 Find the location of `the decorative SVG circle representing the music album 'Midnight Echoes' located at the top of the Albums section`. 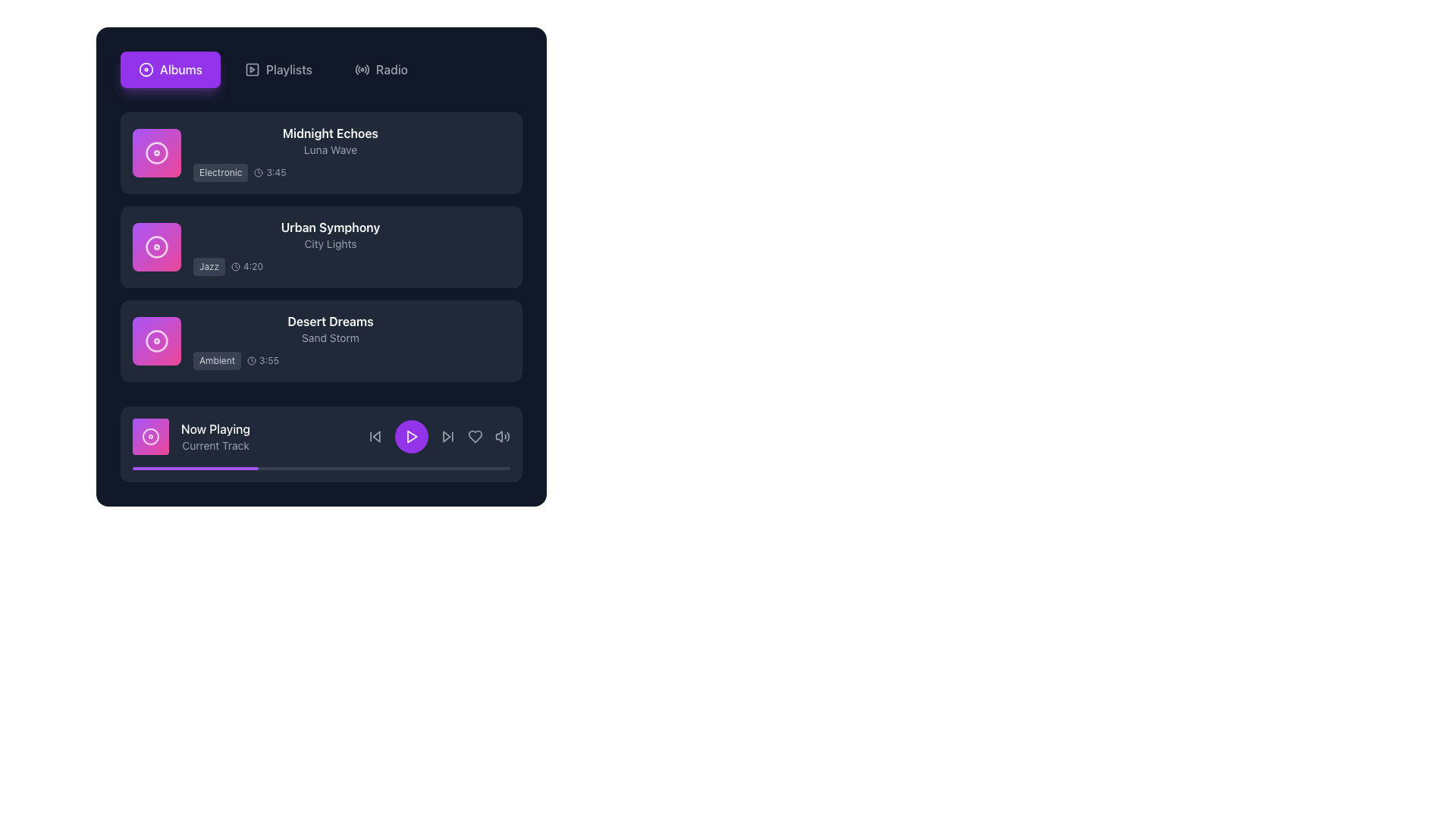

the decorative SVG circle representing the music album 'Midnight Echoes' located at the top of the Albums section is located at coordinates (156, 152).